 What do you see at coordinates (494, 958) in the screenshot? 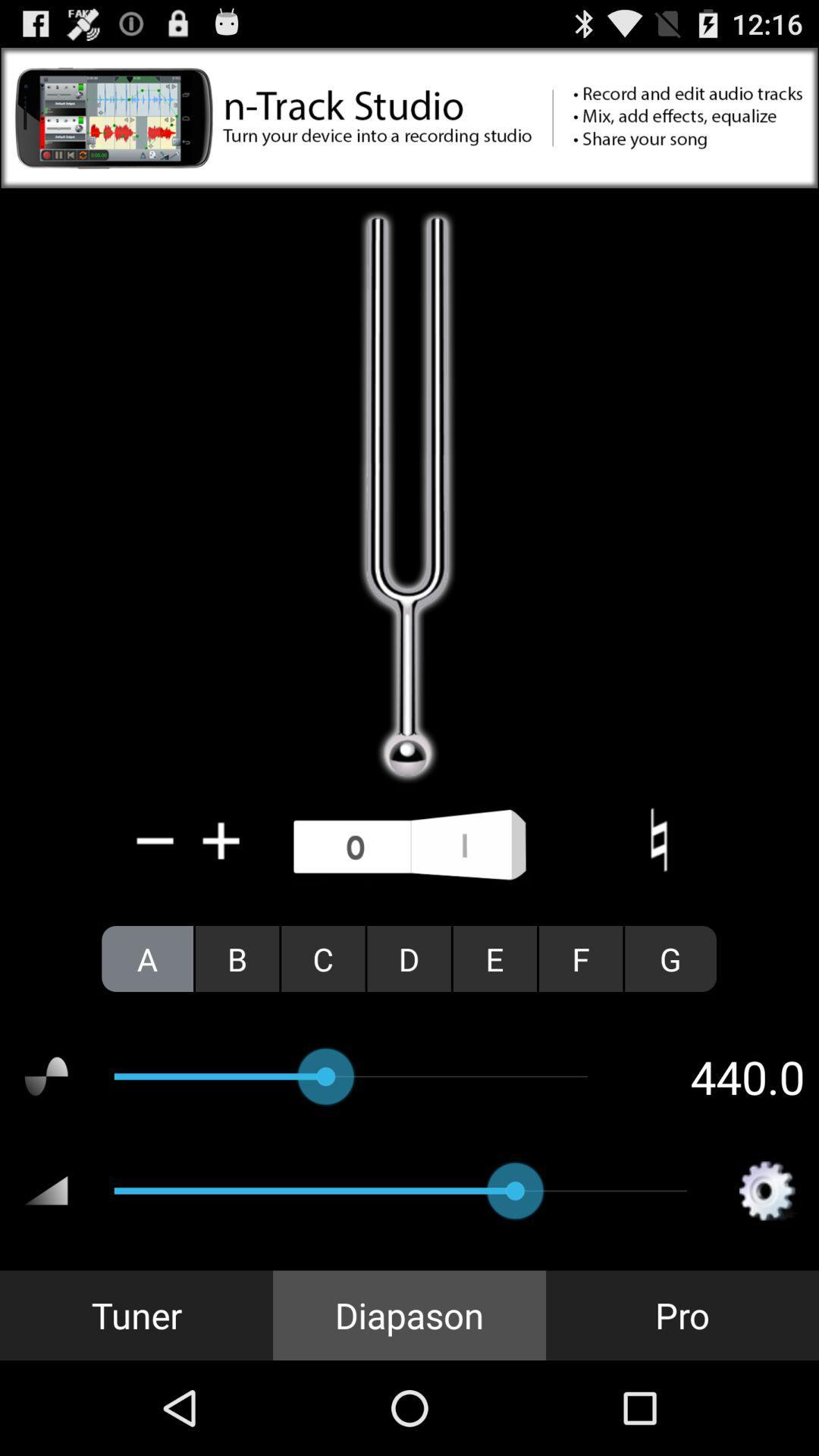
I see `the e icon` at bounding box center [494, 958].